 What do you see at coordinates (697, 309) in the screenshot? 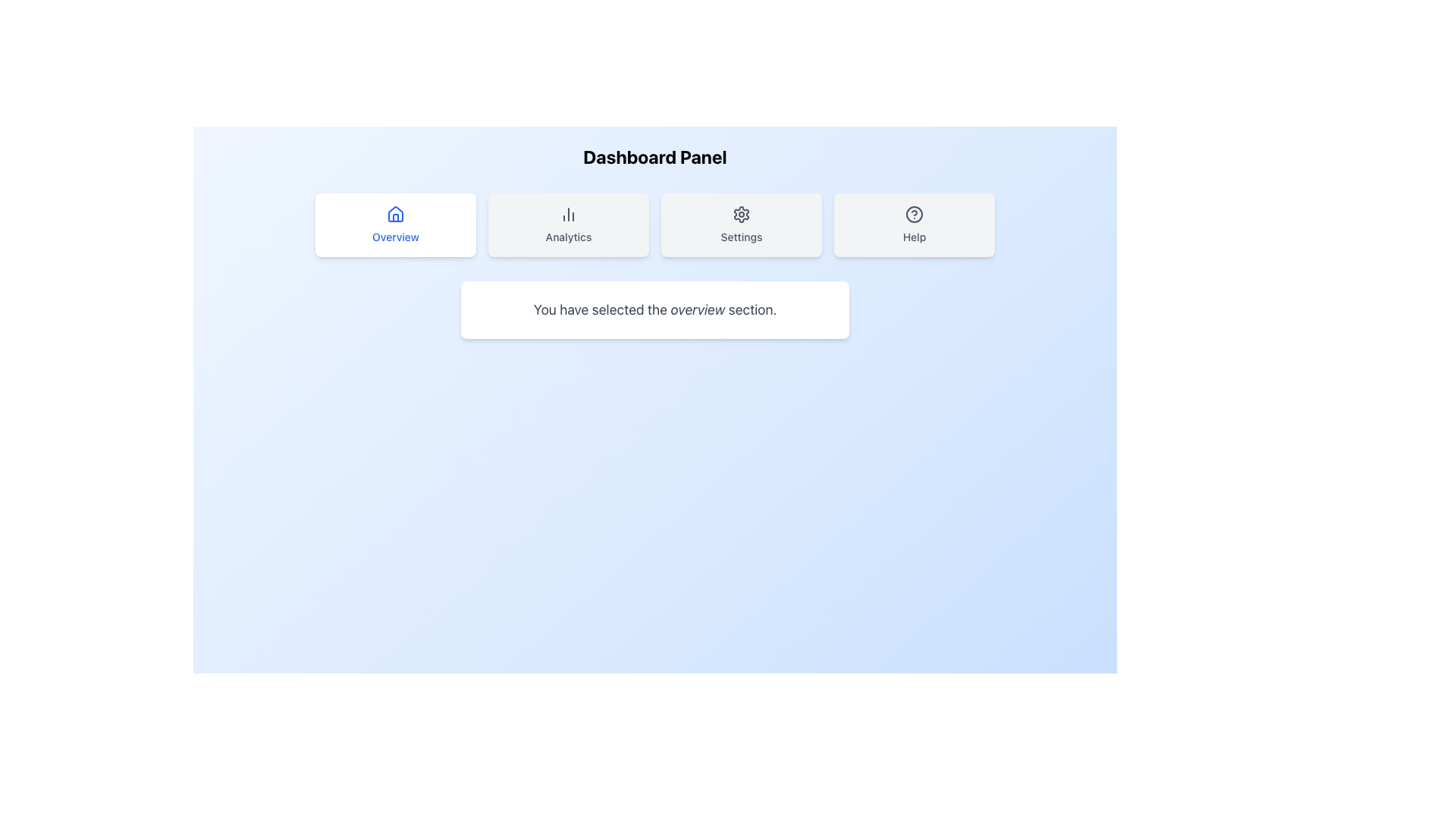
I see `the text element displaying the word 'overview' which is centrally aligned within a white card below the buttons labeled 'Overview', 'Analytics', 'Settings', and 'Help'` at bounding box center [697, 309].